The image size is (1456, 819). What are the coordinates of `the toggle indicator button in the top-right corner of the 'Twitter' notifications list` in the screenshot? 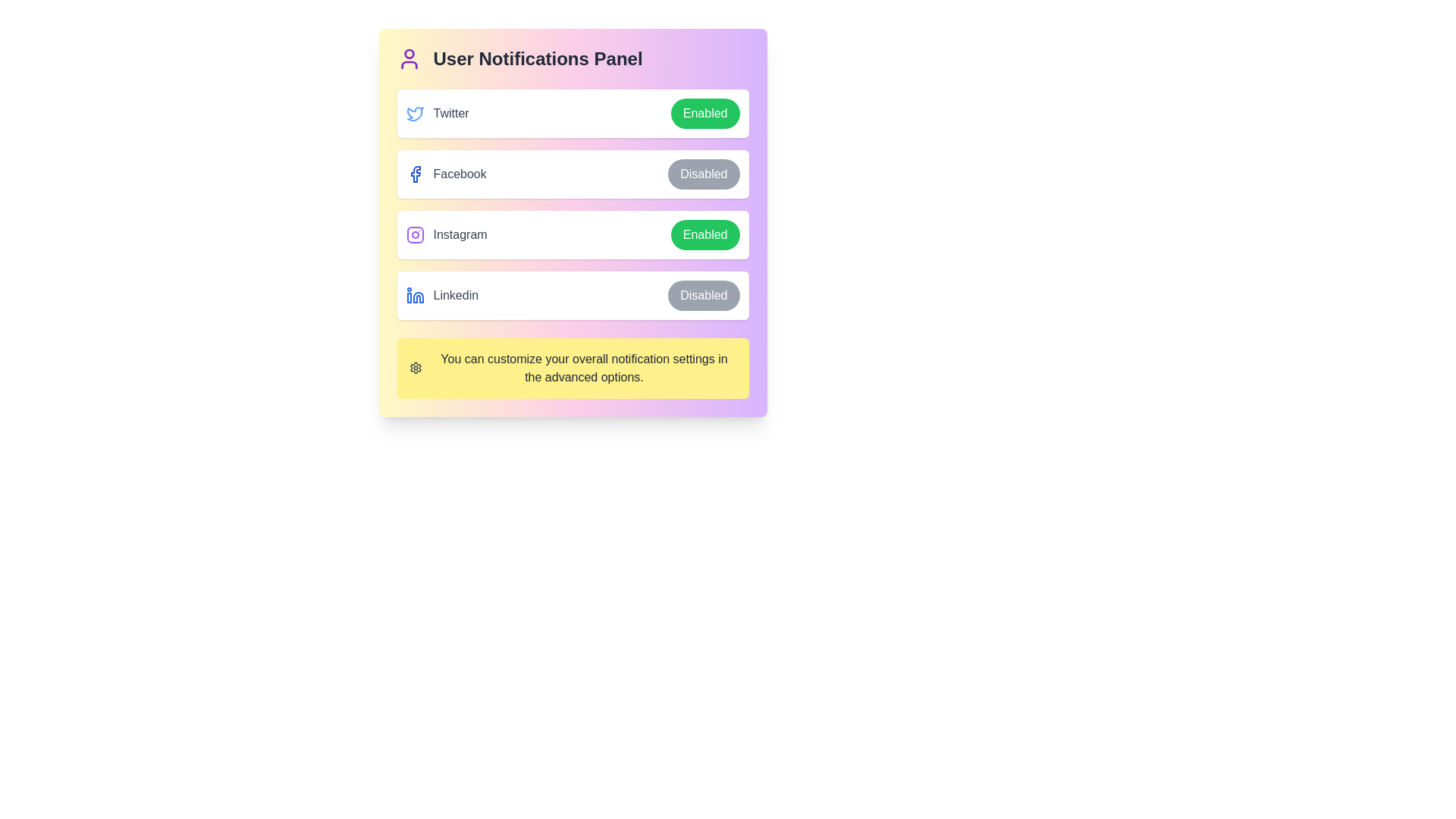 It's located at (704, 113).